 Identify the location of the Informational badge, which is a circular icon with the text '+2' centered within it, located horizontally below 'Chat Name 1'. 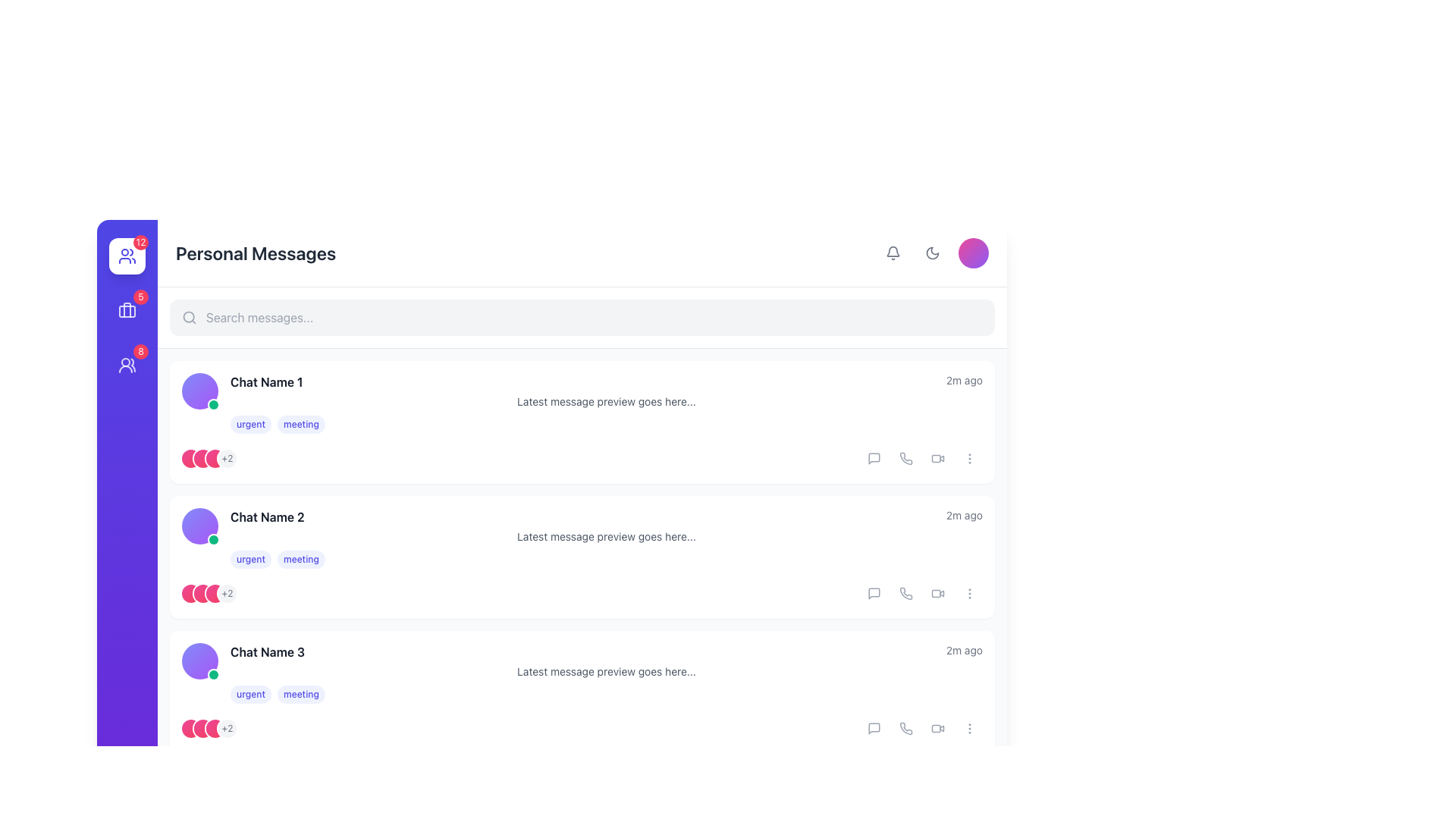
(226, 458).